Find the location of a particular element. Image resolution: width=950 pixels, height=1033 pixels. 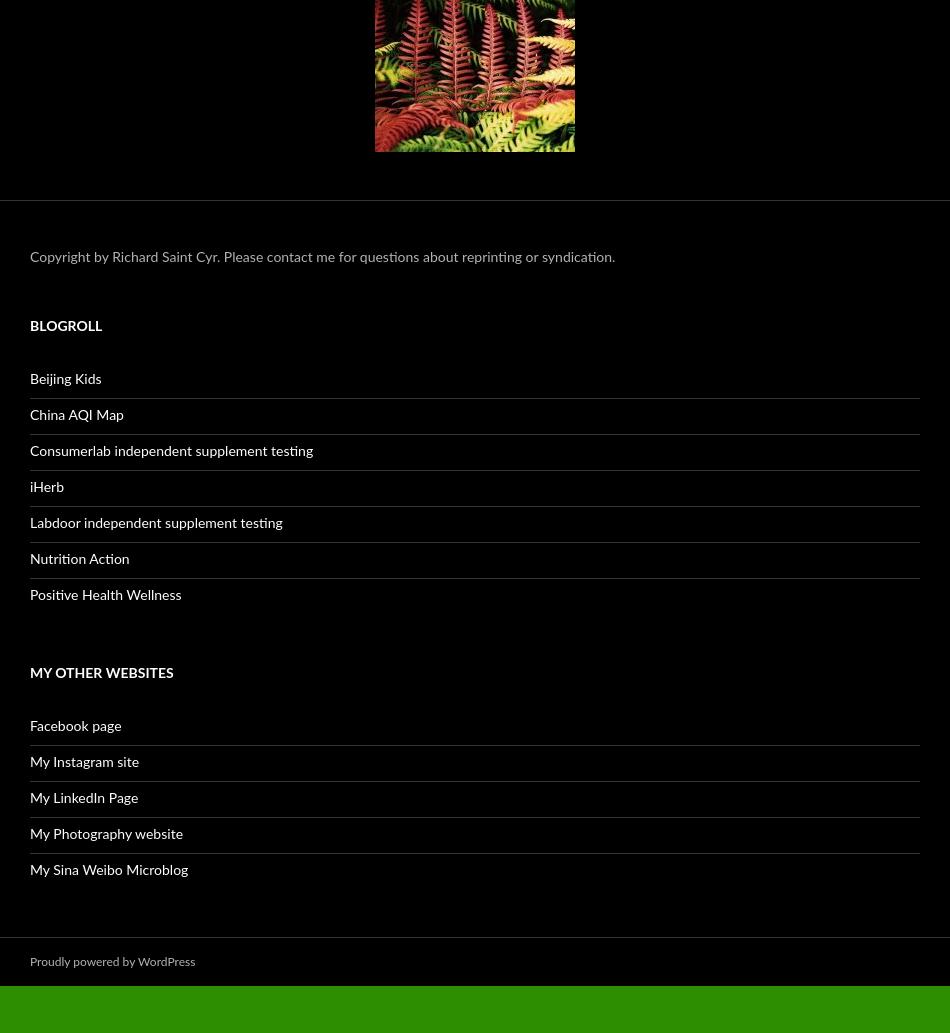

'Beijing Kids' is located at coordinates (65, 379).